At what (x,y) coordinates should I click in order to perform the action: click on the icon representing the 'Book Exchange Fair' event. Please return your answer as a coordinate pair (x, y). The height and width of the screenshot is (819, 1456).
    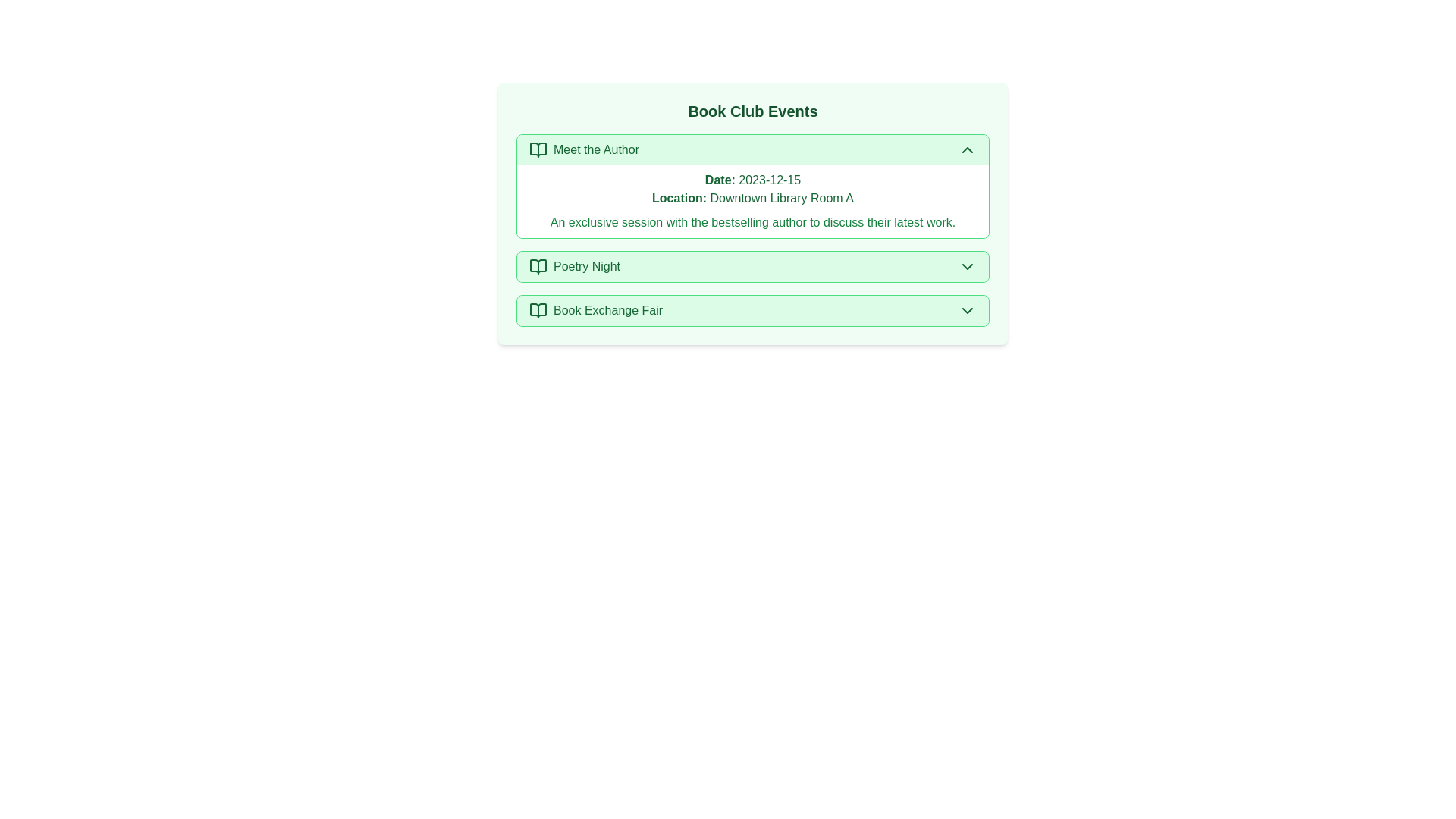
    Looking at the image, I should click on (538, 309).